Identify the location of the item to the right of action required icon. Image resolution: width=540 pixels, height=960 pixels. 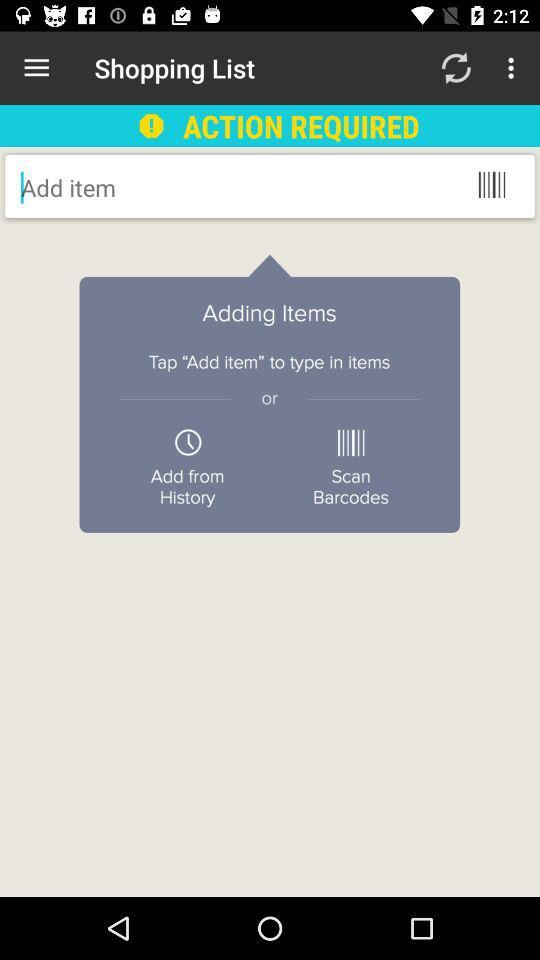
(455, 68).